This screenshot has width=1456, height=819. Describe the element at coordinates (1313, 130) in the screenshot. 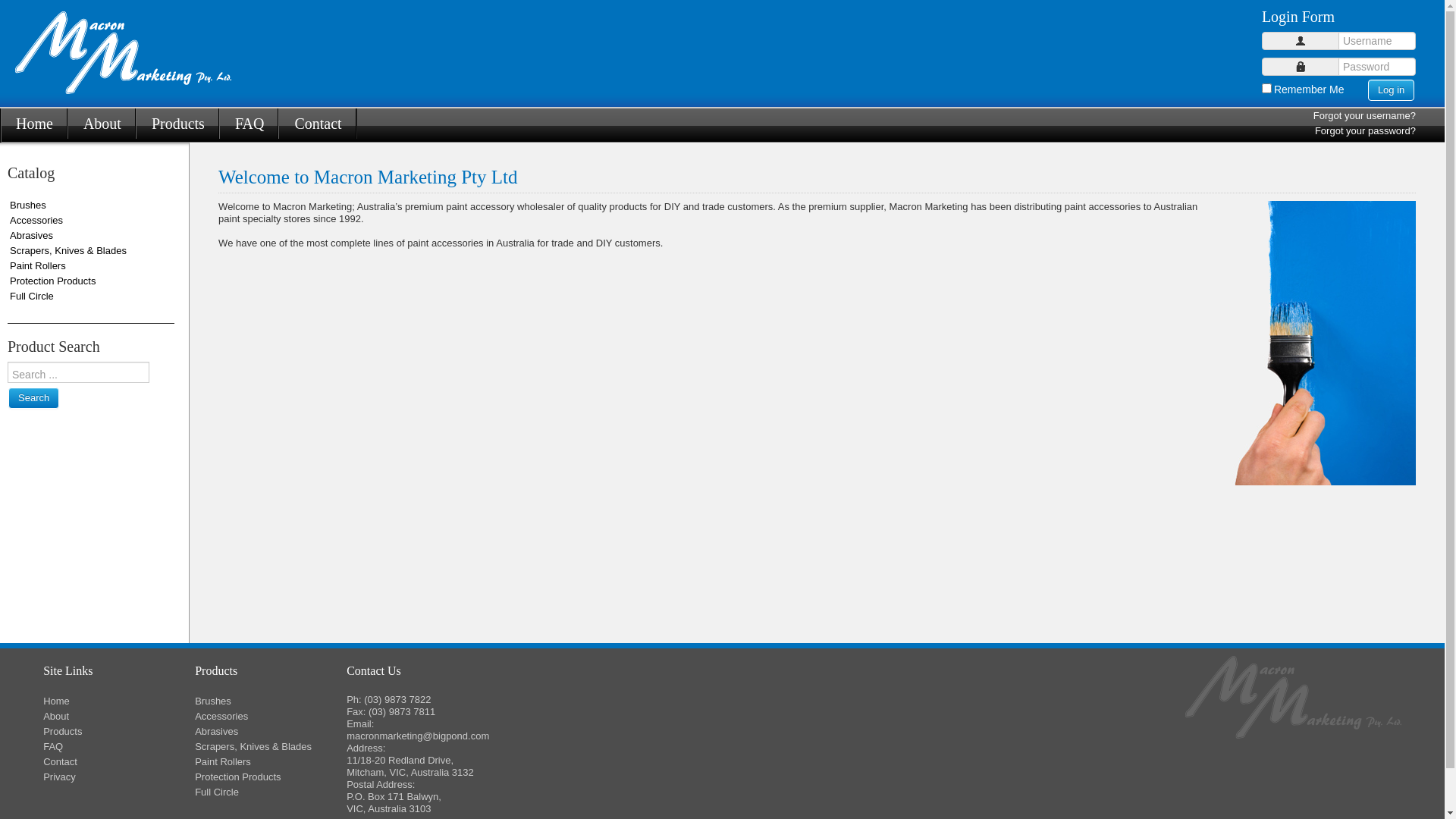

I see `'Forgot your password?'` at that location.